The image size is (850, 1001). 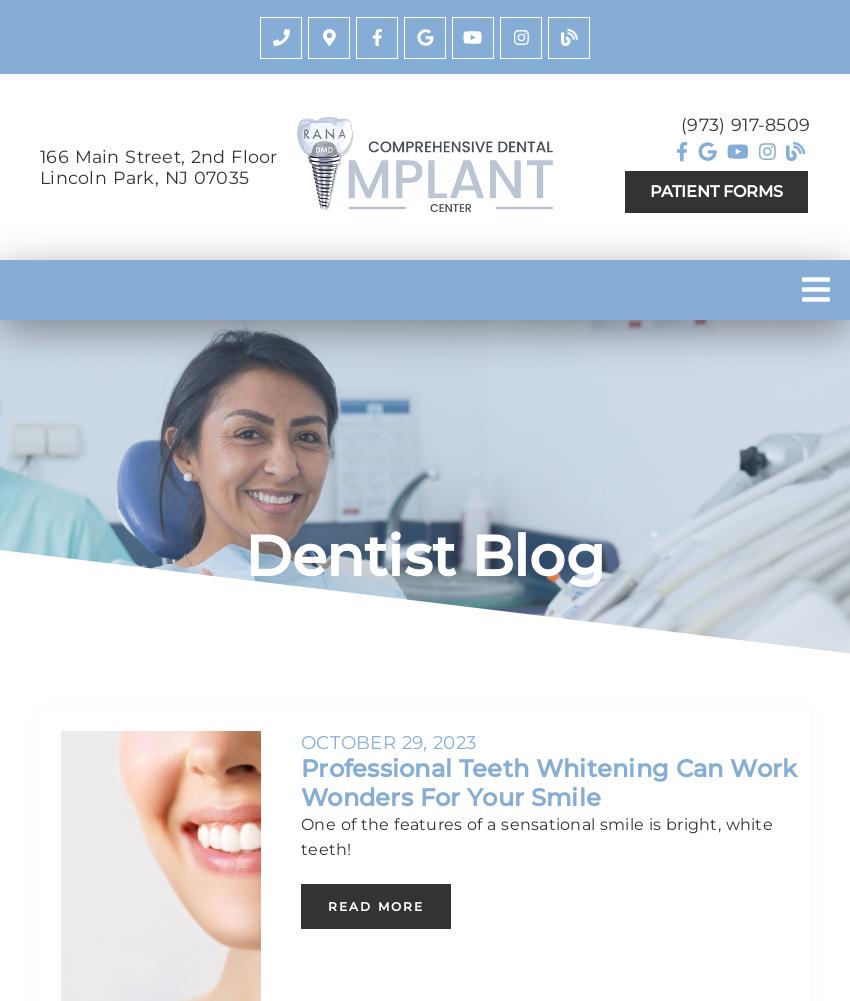 I want to click on 'Read More', so click(x=374, y=905).